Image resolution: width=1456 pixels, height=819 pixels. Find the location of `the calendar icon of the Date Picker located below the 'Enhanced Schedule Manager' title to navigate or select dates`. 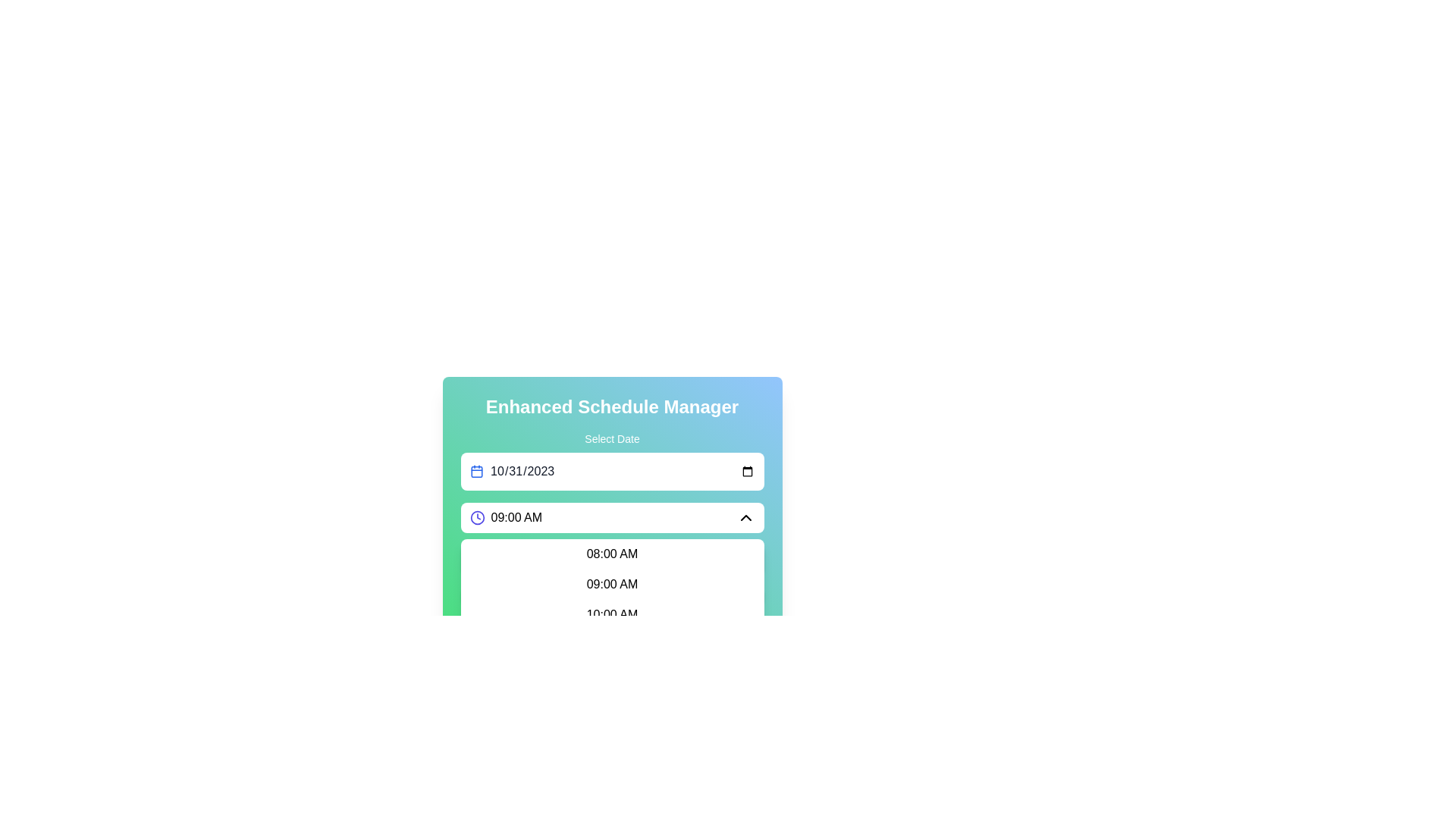

the calendar icon of the Date Picker located below the 'Enhanced Schedule Manager' title to navigate or select dates is located at coordinates (612, 460).